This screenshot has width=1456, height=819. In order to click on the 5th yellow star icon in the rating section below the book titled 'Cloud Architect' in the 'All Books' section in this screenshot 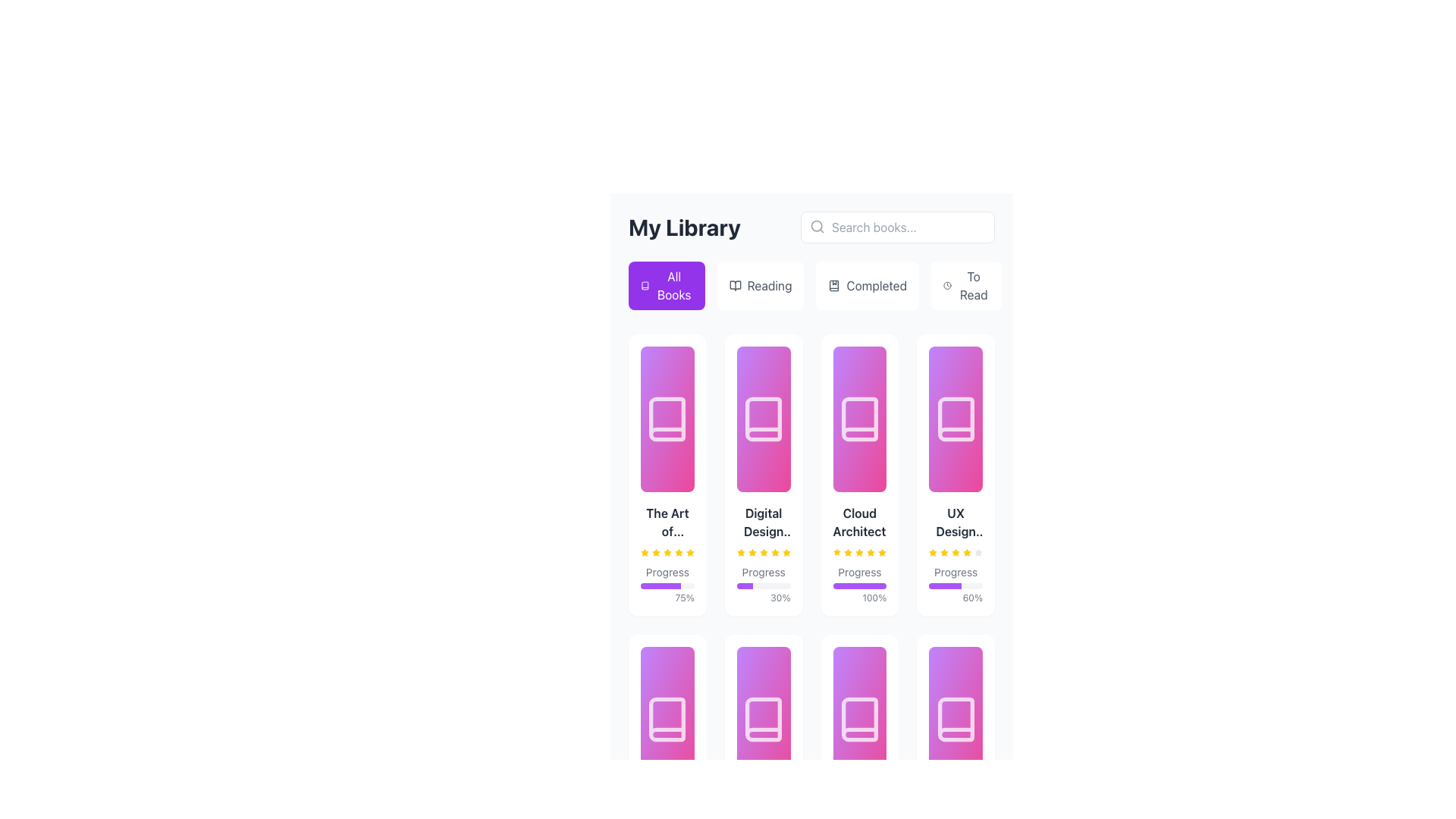, I will do `click(786, 553)`.